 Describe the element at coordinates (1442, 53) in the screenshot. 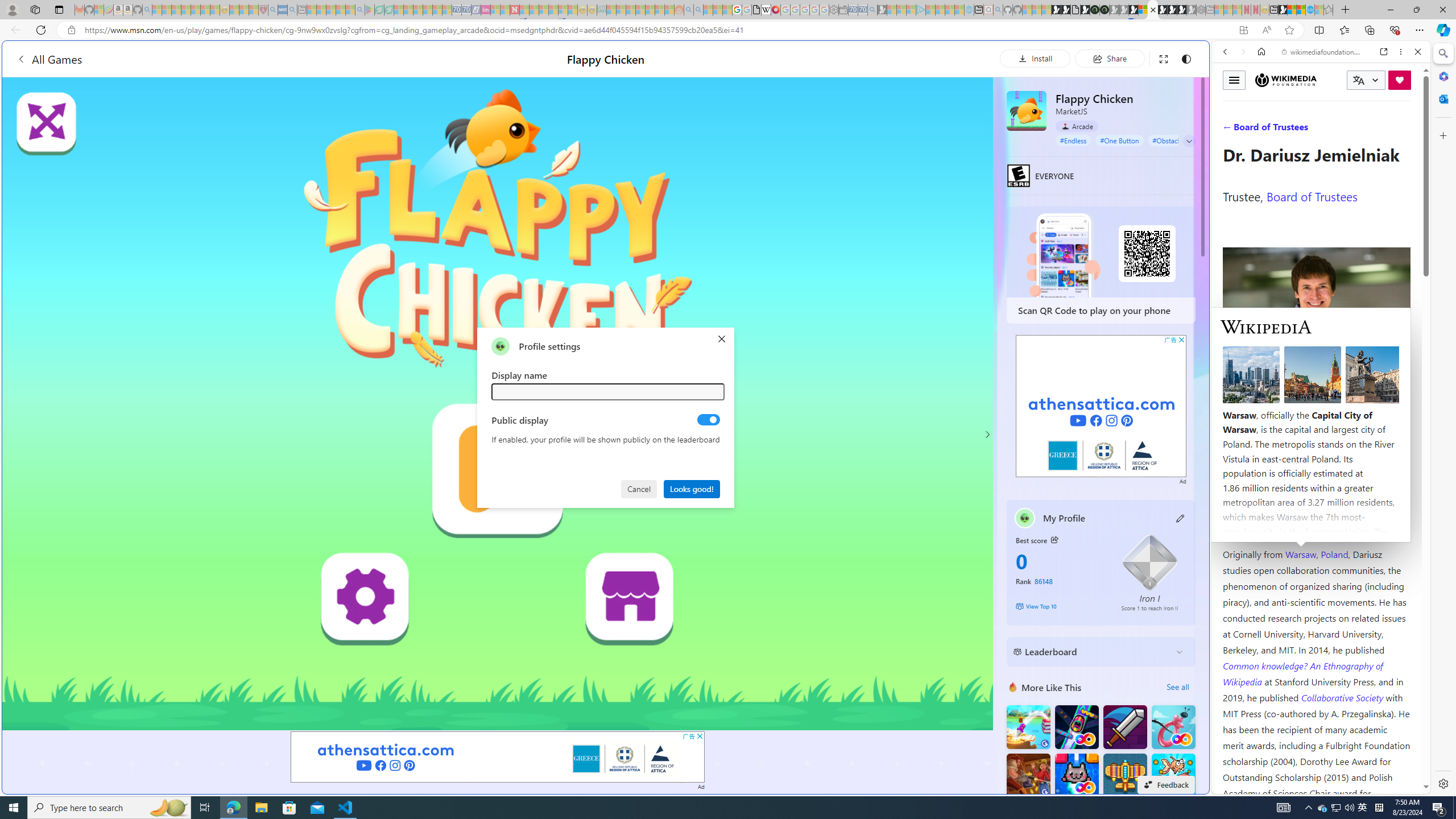

I see `'Search'` at that location.